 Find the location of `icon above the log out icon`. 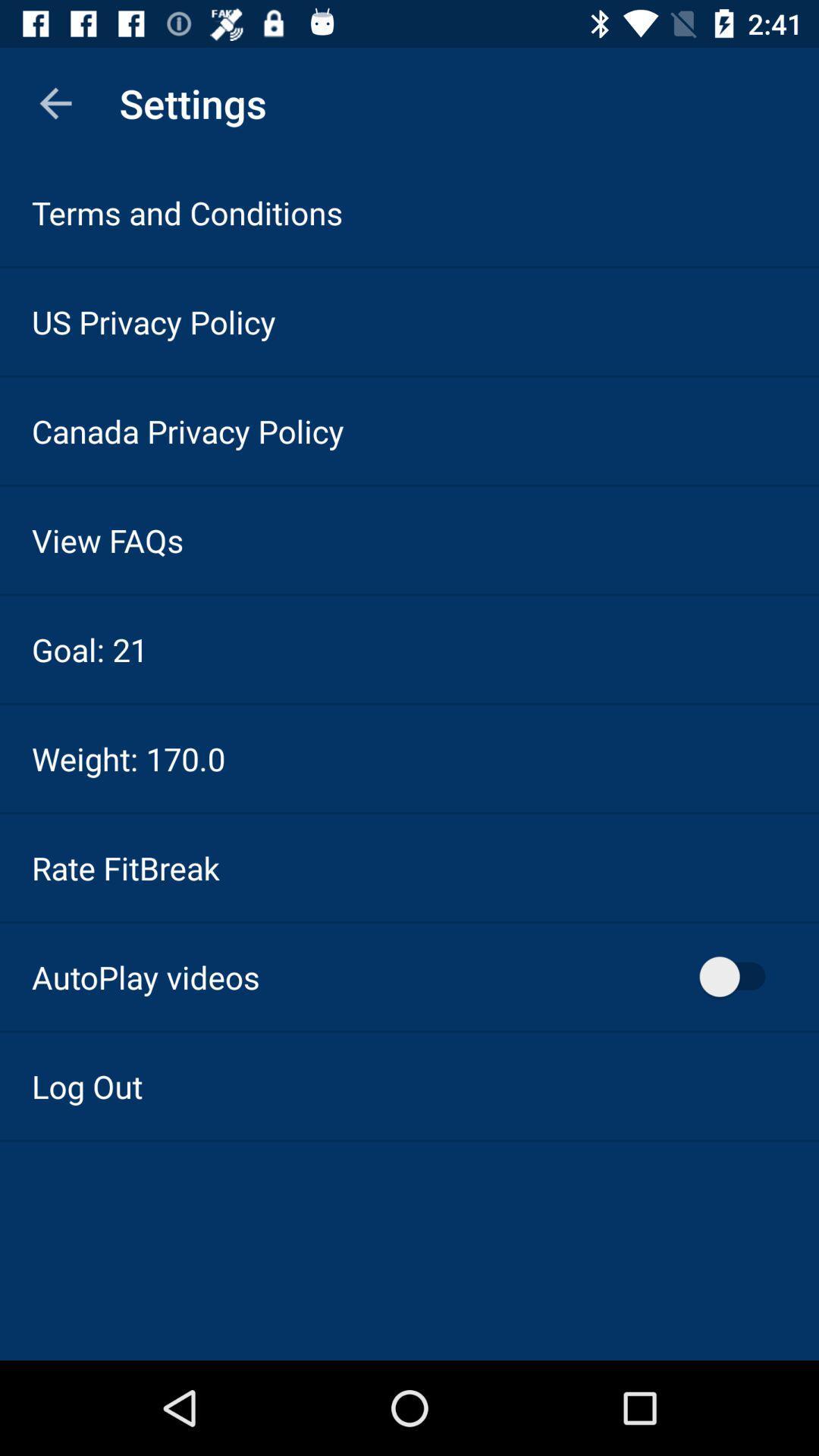

icon above the log out icon is located at coordinates (146, 977).